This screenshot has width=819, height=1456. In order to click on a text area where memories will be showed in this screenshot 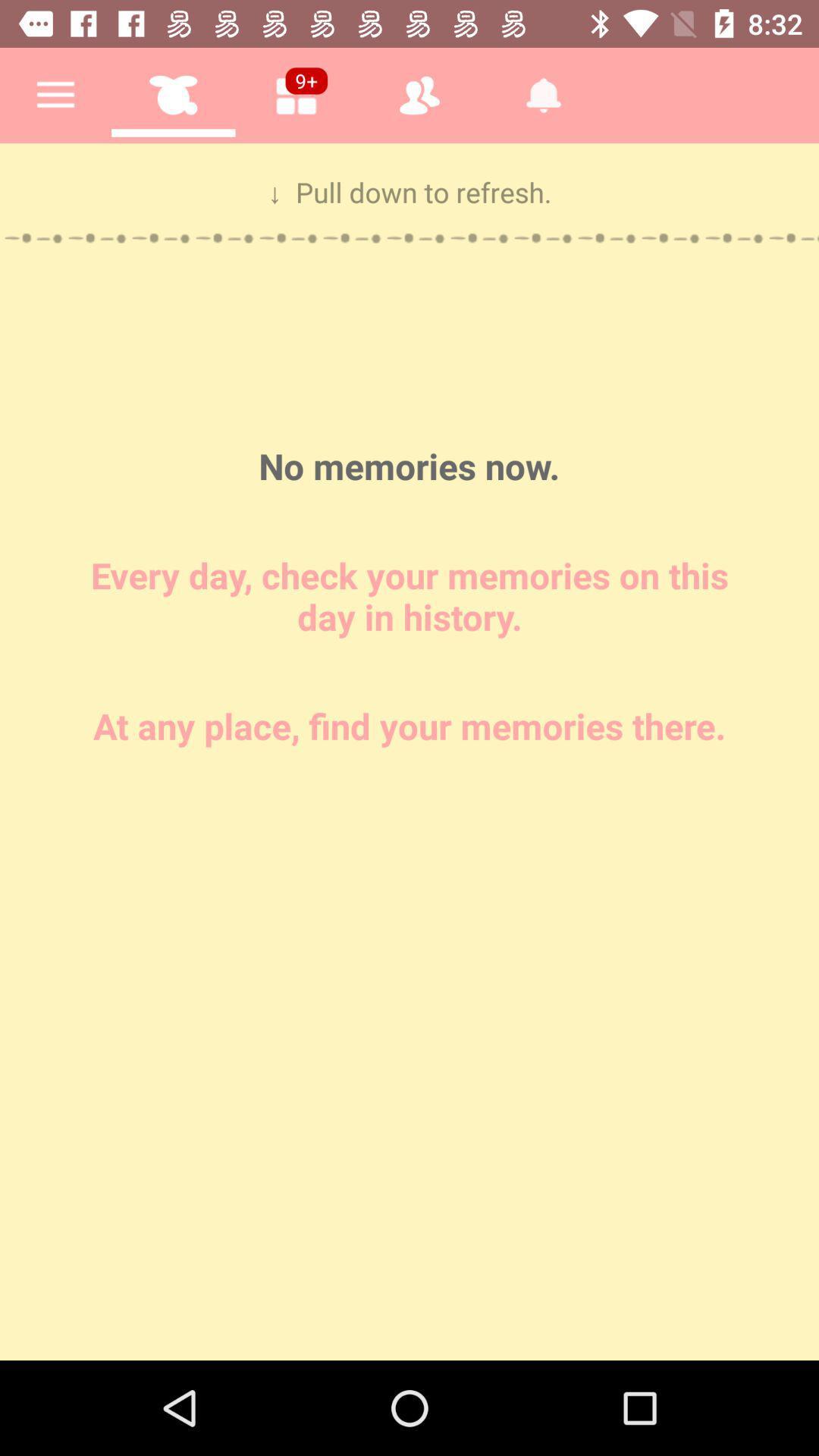, I will do `click(409, 752)`.